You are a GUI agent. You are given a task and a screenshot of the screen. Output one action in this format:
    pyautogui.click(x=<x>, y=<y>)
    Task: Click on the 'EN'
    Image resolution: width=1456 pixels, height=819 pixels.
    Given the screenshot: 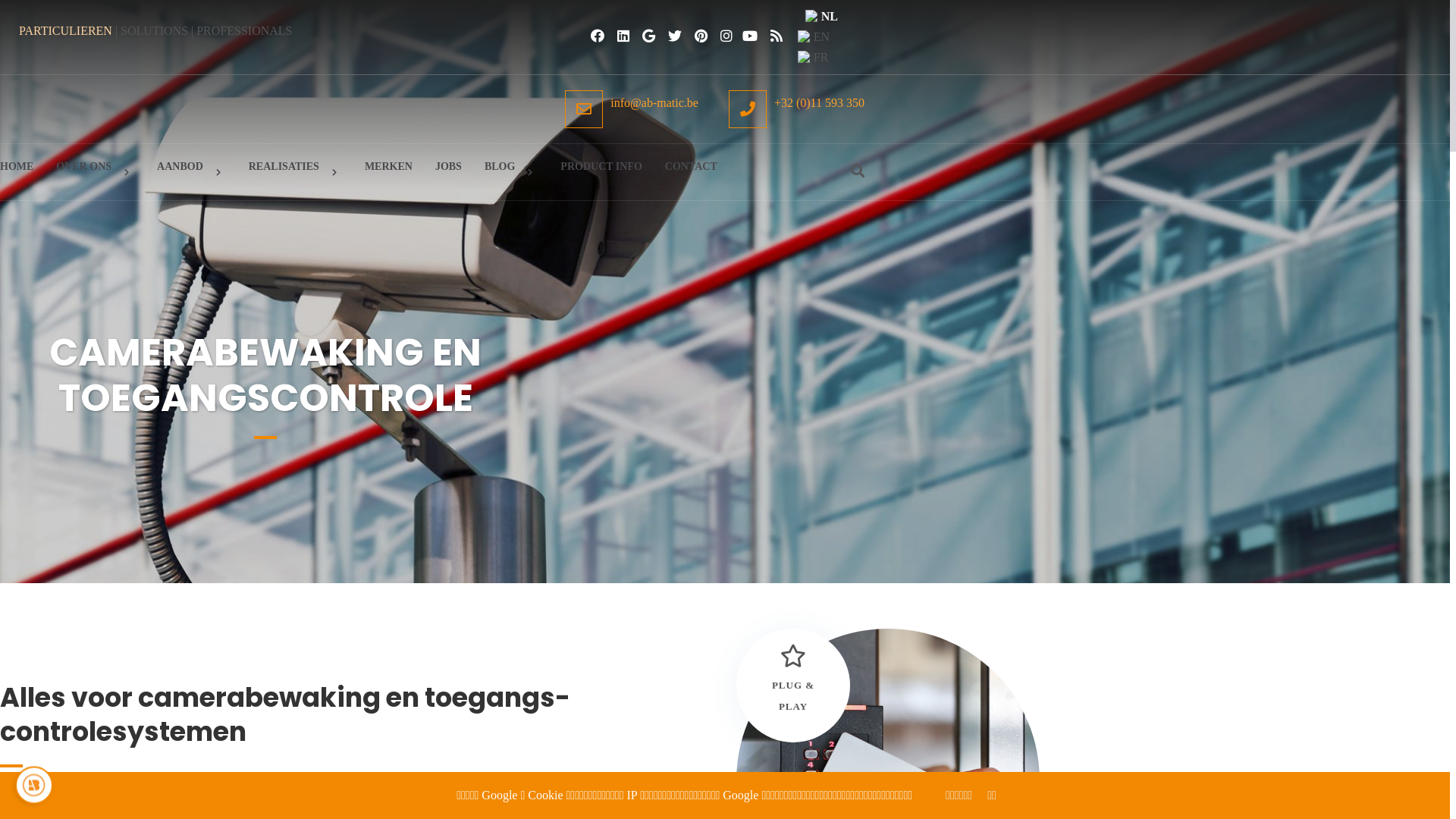 What is the action you would take?
    pyautogui.click(x=821, y=36)
    